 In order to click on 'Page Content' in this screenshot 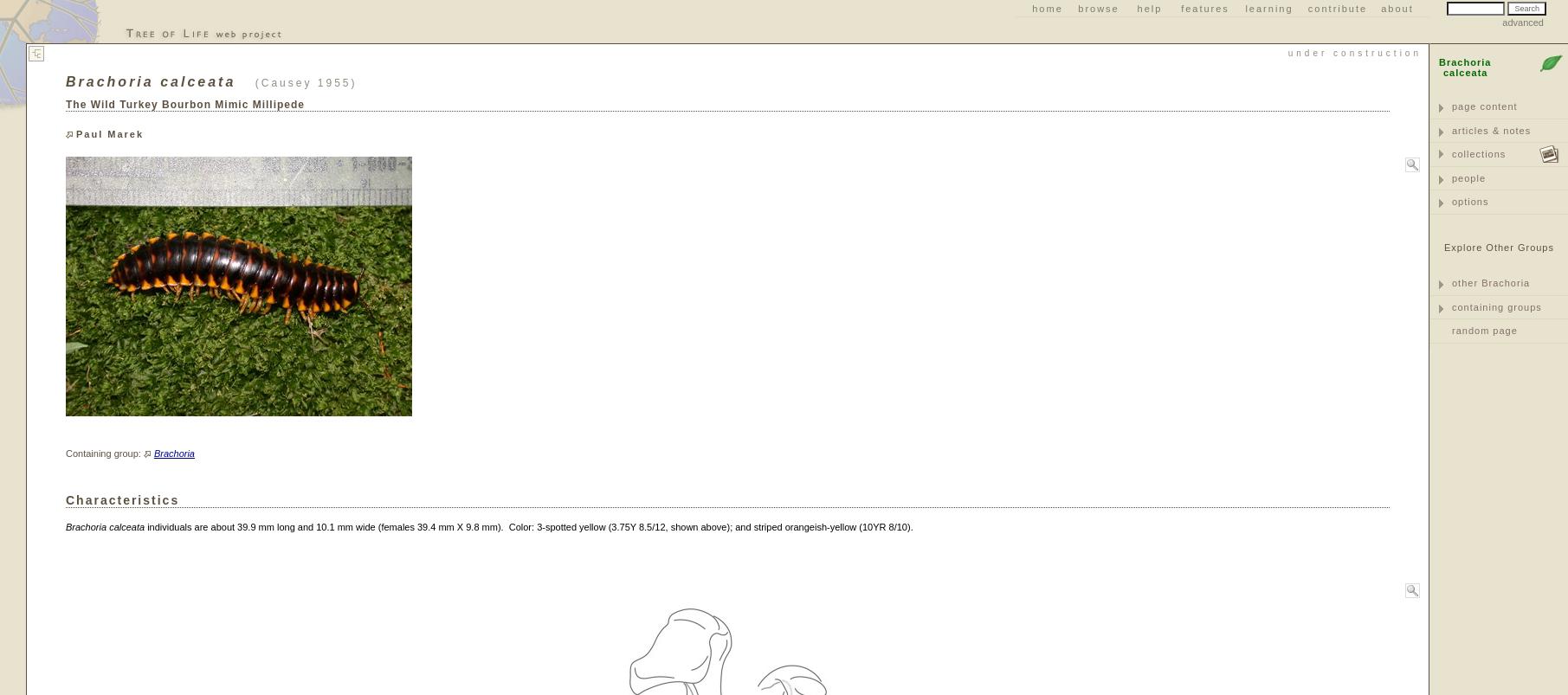, I will do `click(1483, 106)`.